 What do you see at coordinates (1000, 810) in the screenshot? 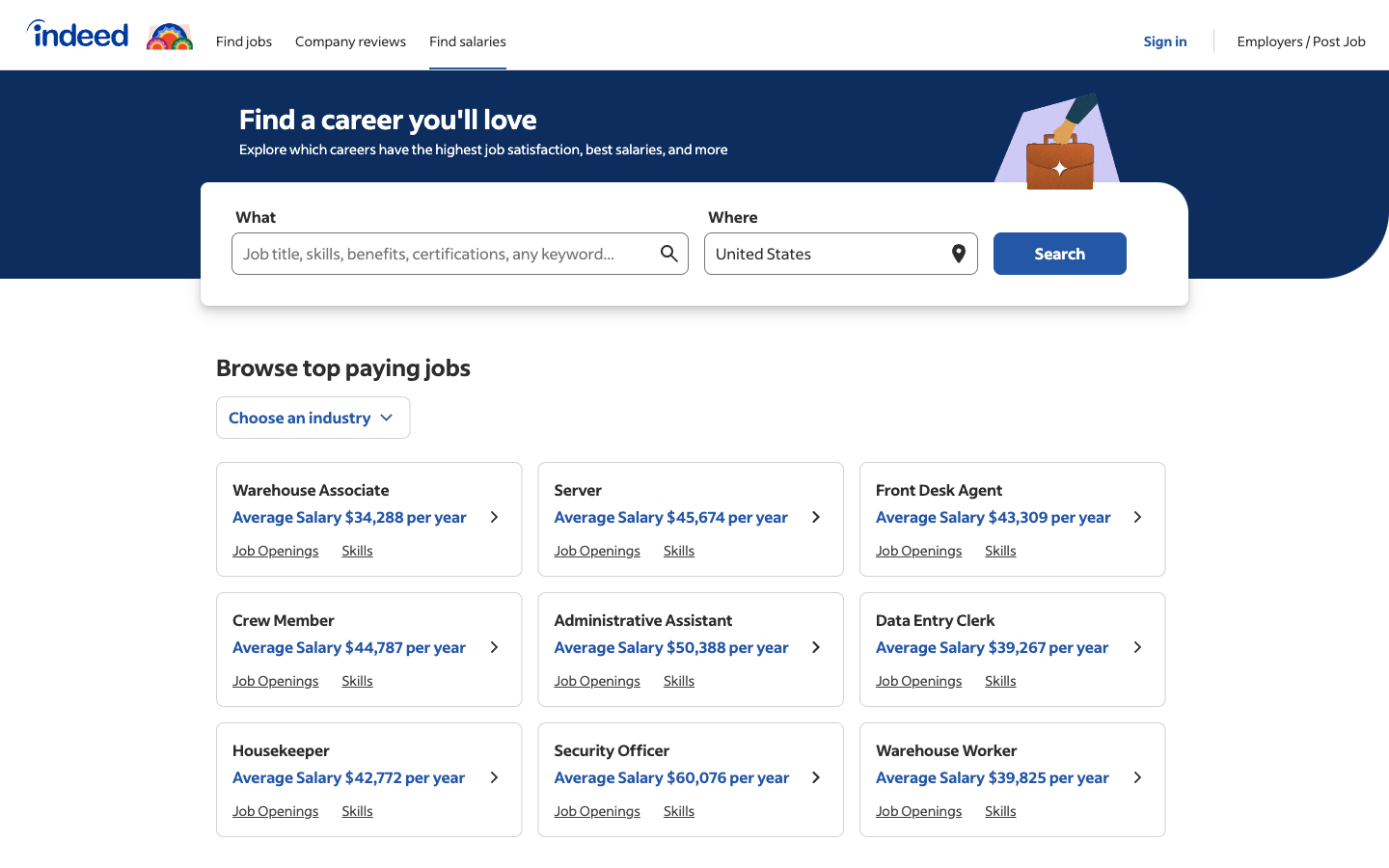
I see `Ascertain the abilities and skills necessary for the position of "Administrative Assistant` at bounding box center [1000, 810].